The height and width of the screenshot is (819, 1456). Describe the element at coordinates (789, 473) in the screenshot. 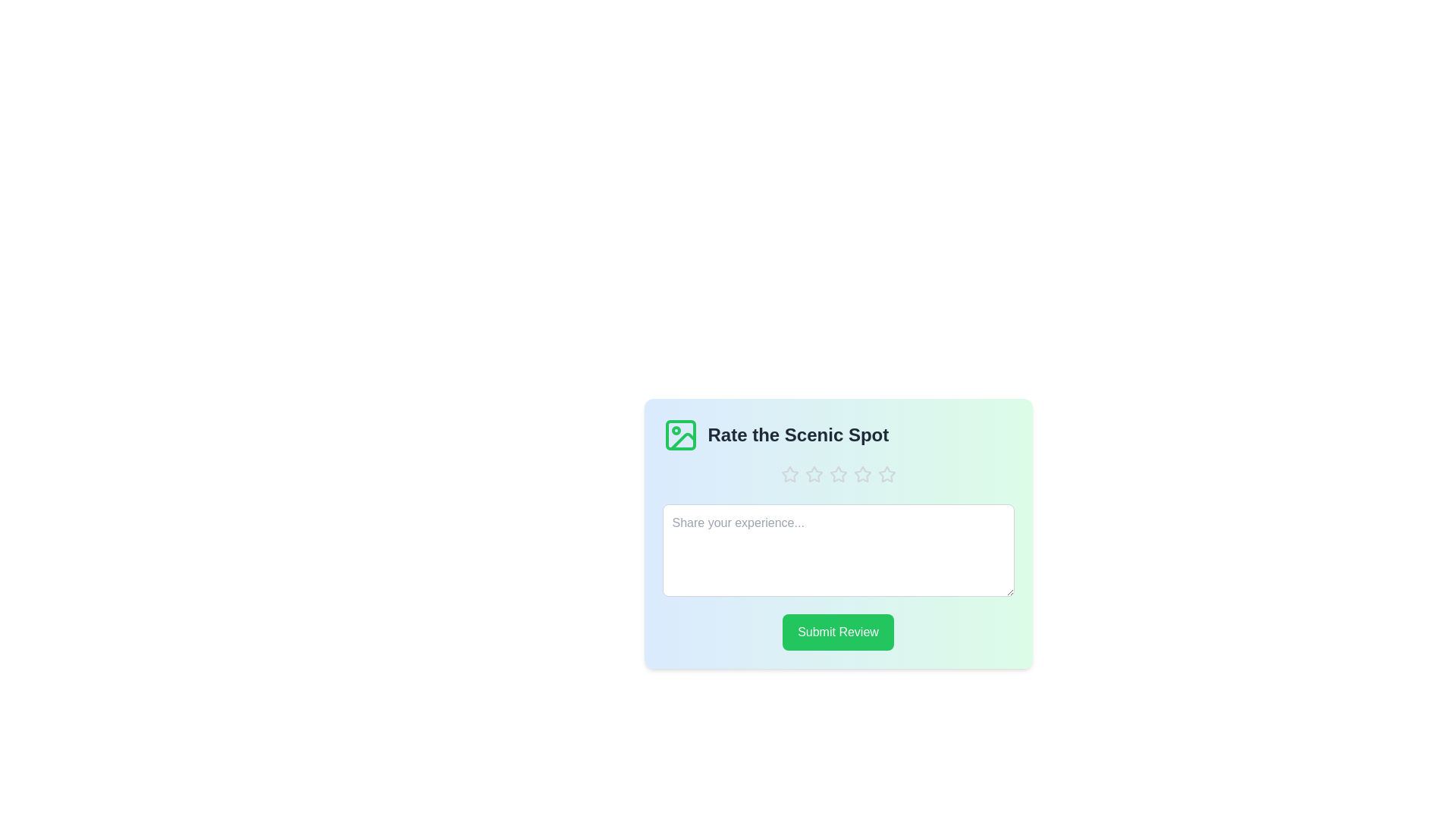

I see `the rating to 1 stars by clicking on the corresponding star icon` at that location.